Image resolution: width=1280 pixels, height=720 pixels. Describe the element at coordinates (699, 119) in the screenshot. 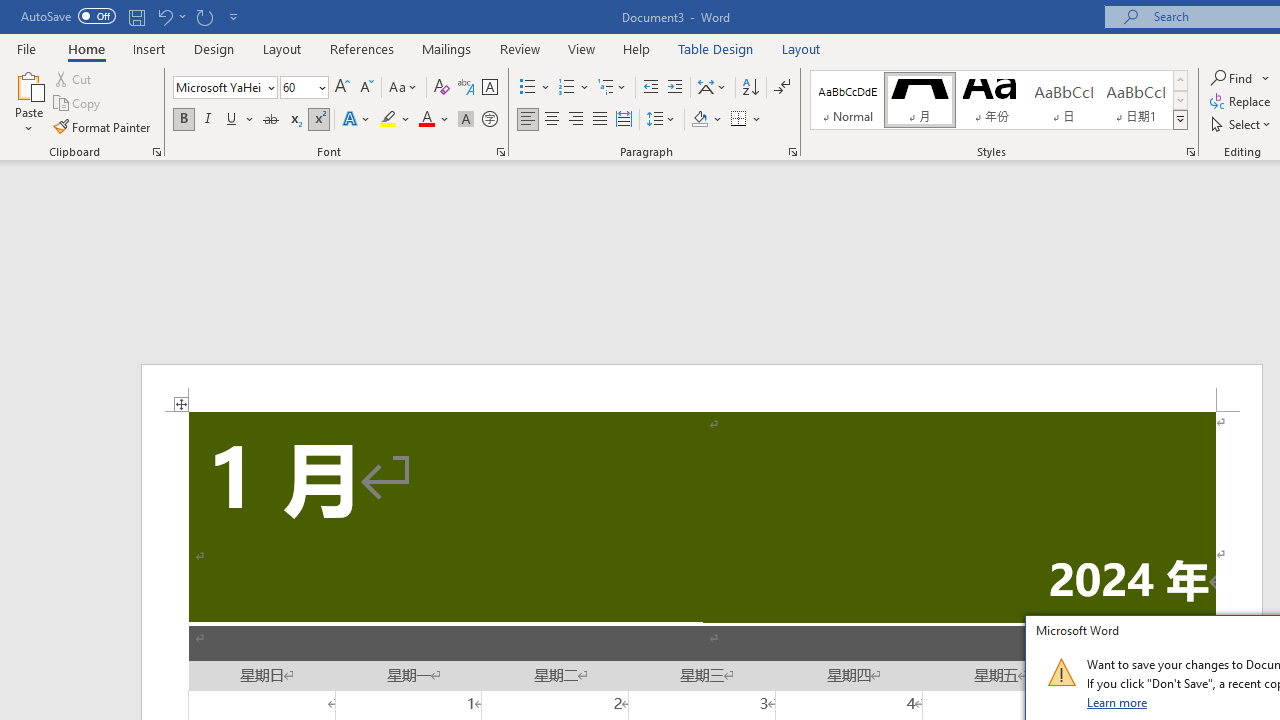

I see `'Shading RGB(0, 0, 0)'` at that location.